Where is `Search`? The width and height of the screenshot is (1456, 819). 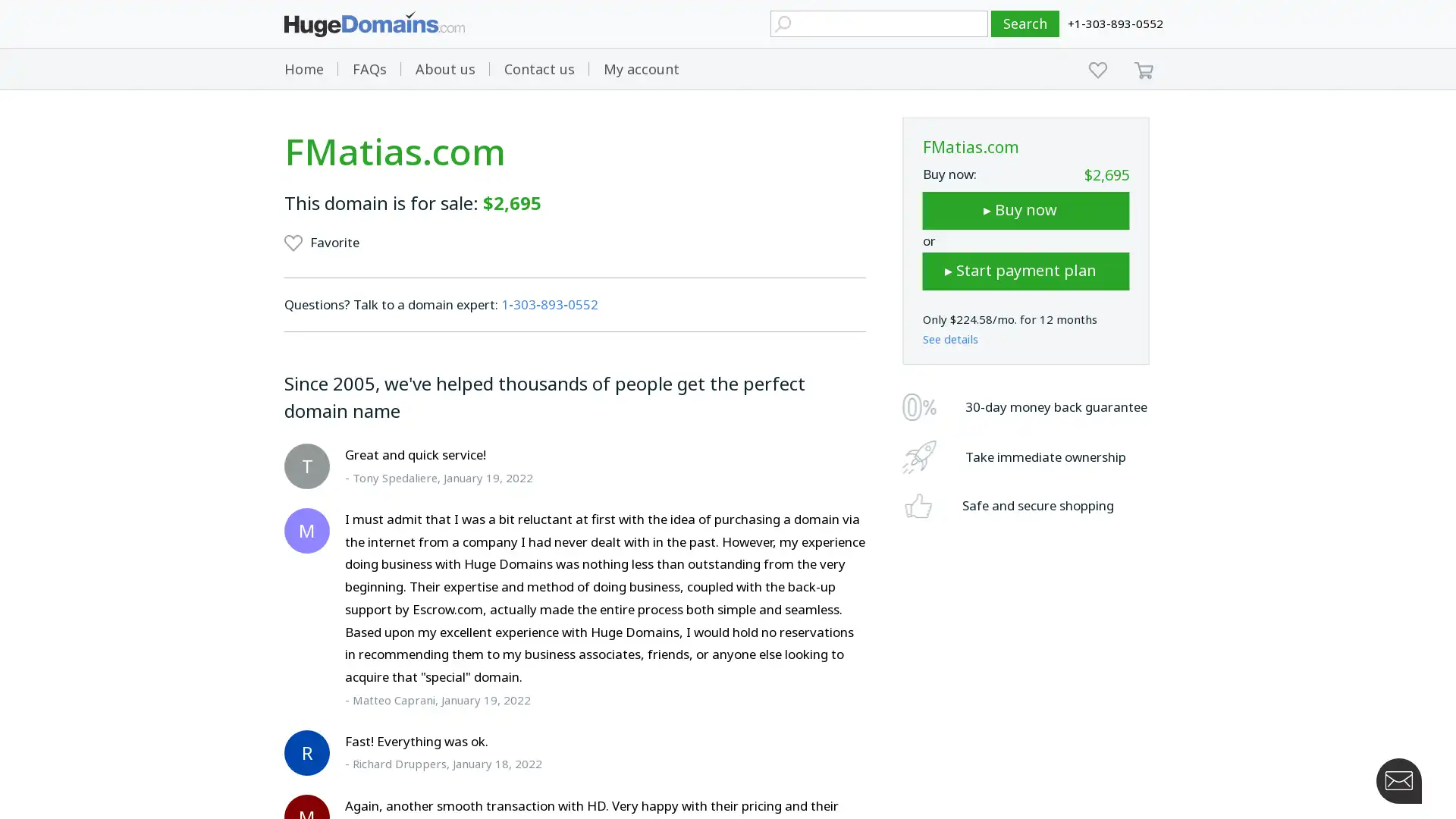 Search is located at coordinates (1025, 24).